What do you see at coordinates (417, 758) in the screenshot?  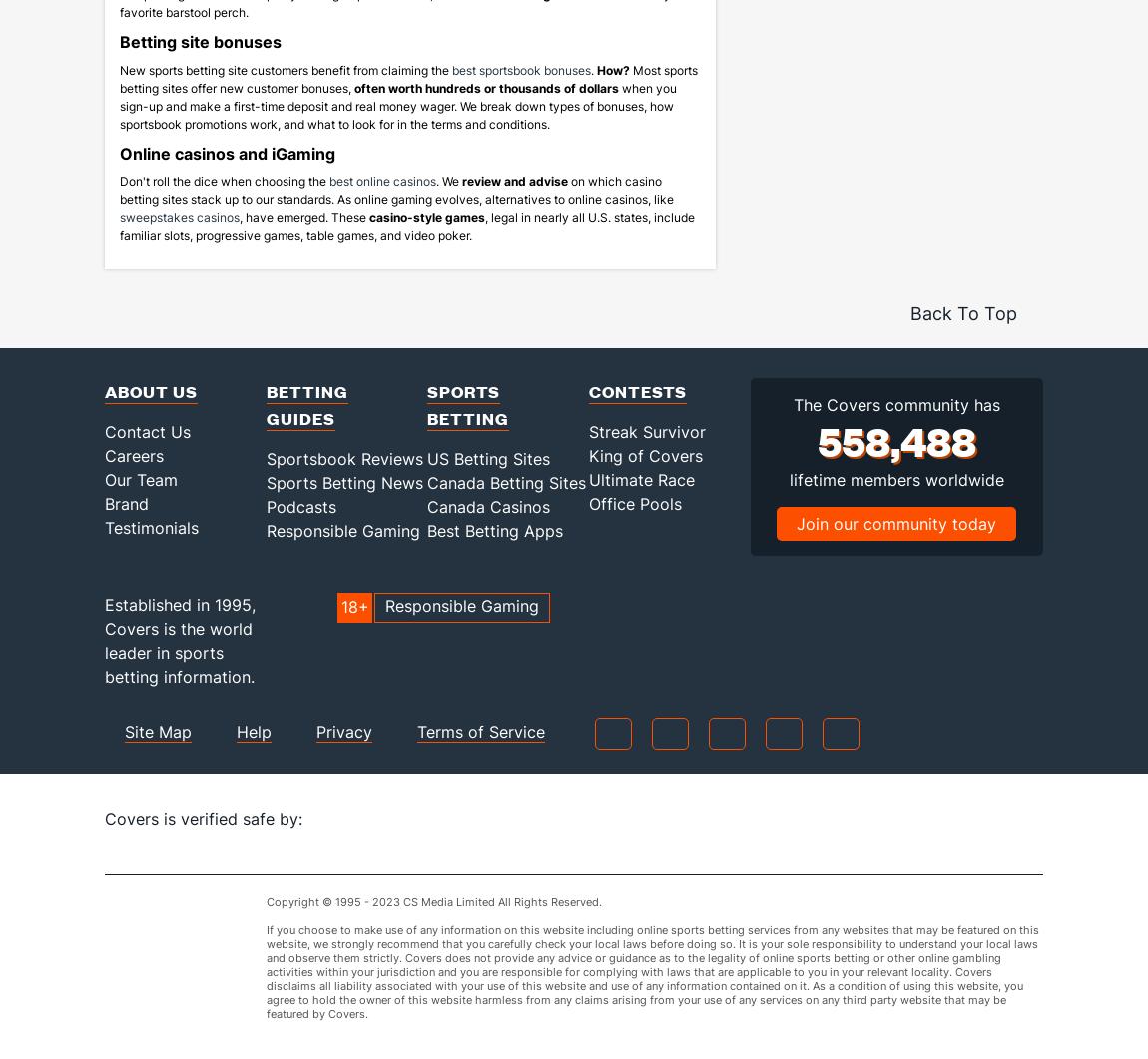 I see `'Terms of Service'` at bounding box center [417, 758].